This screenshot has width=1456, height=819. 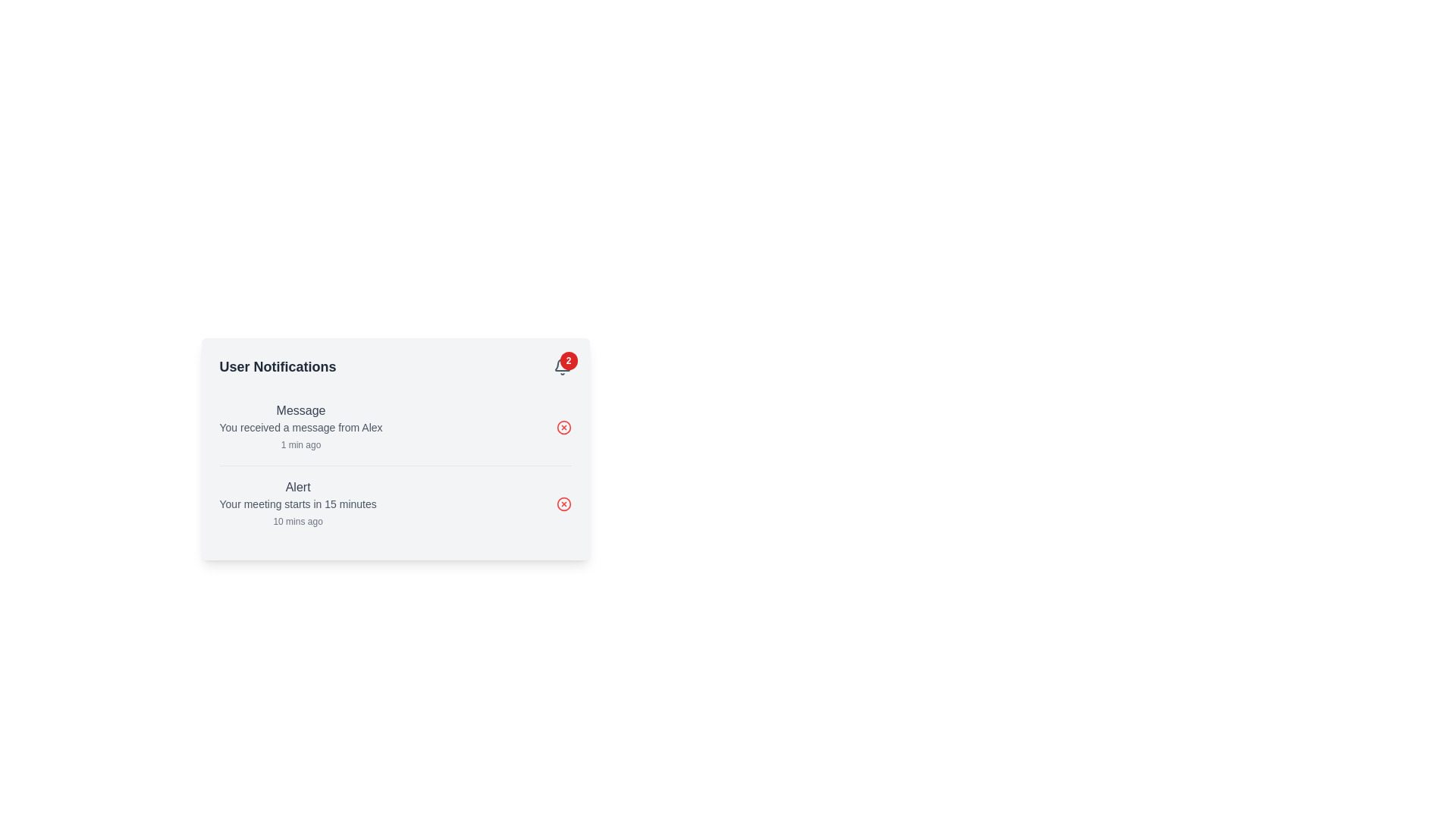 What do you see at coordinates (278, 366) in the screenshot?
I see `the 'User Notifications' label, which is styled with bold typography and dark gray coloring, positioned at the top-left of the notification panel` at bounding box center [278, 366].